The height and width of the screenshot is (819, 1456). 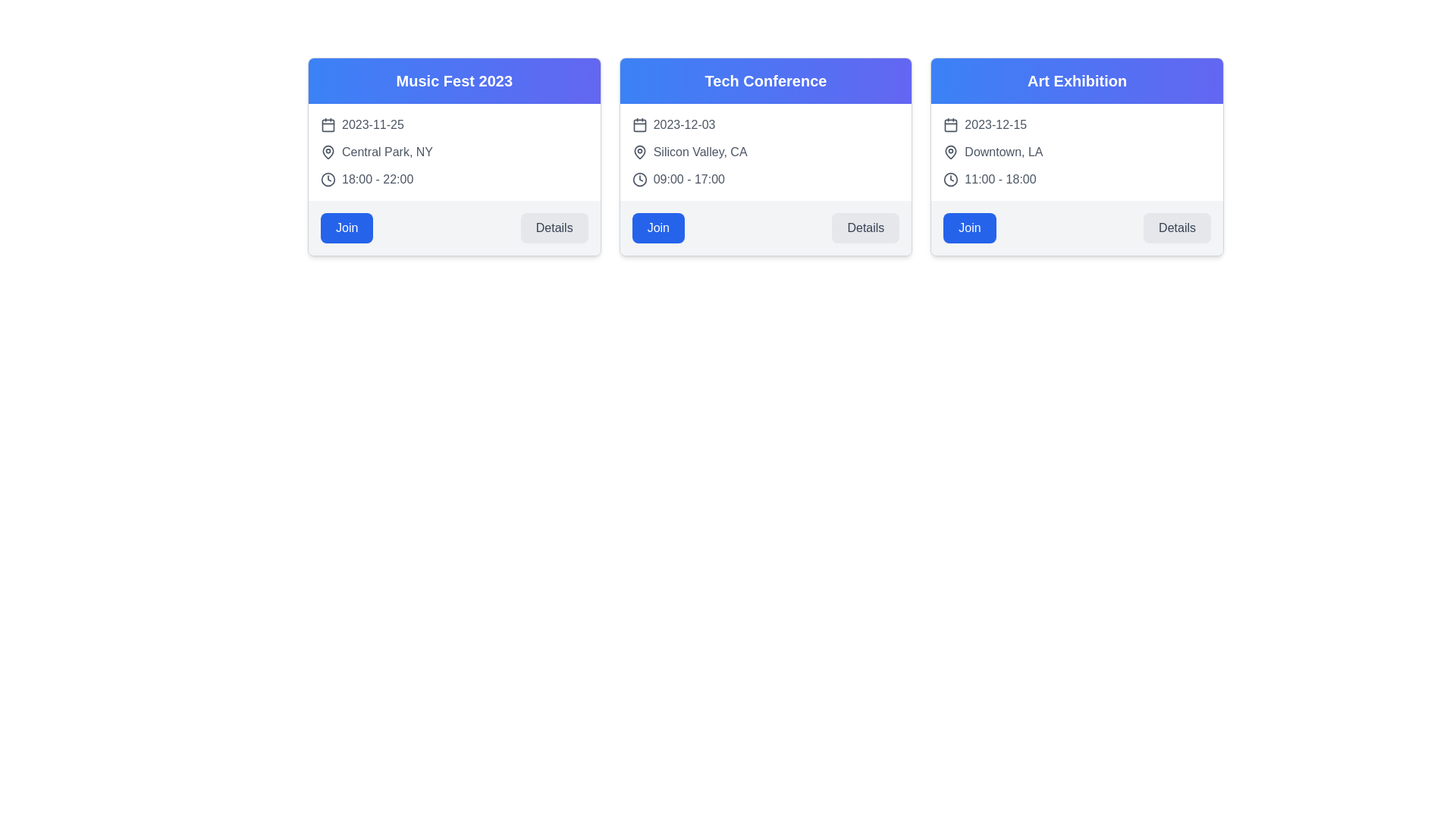 I want to click on the 'Details' button with a gray background and rounded corners located in the lower-right corner of the 'Tech Conference' card, so click(x=865, y=227).